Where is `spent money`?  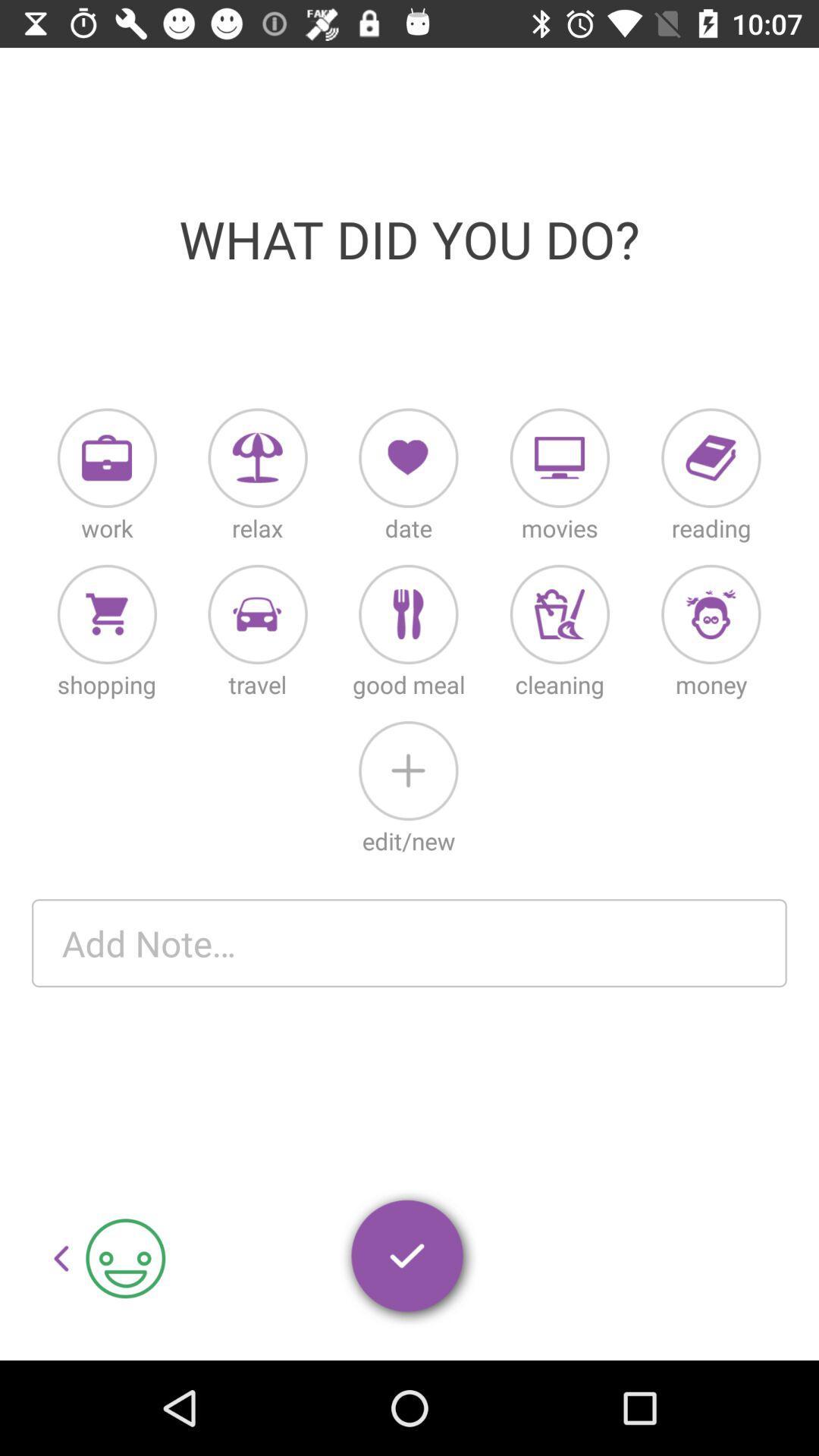
spent money is located at coordinates (711, 614).